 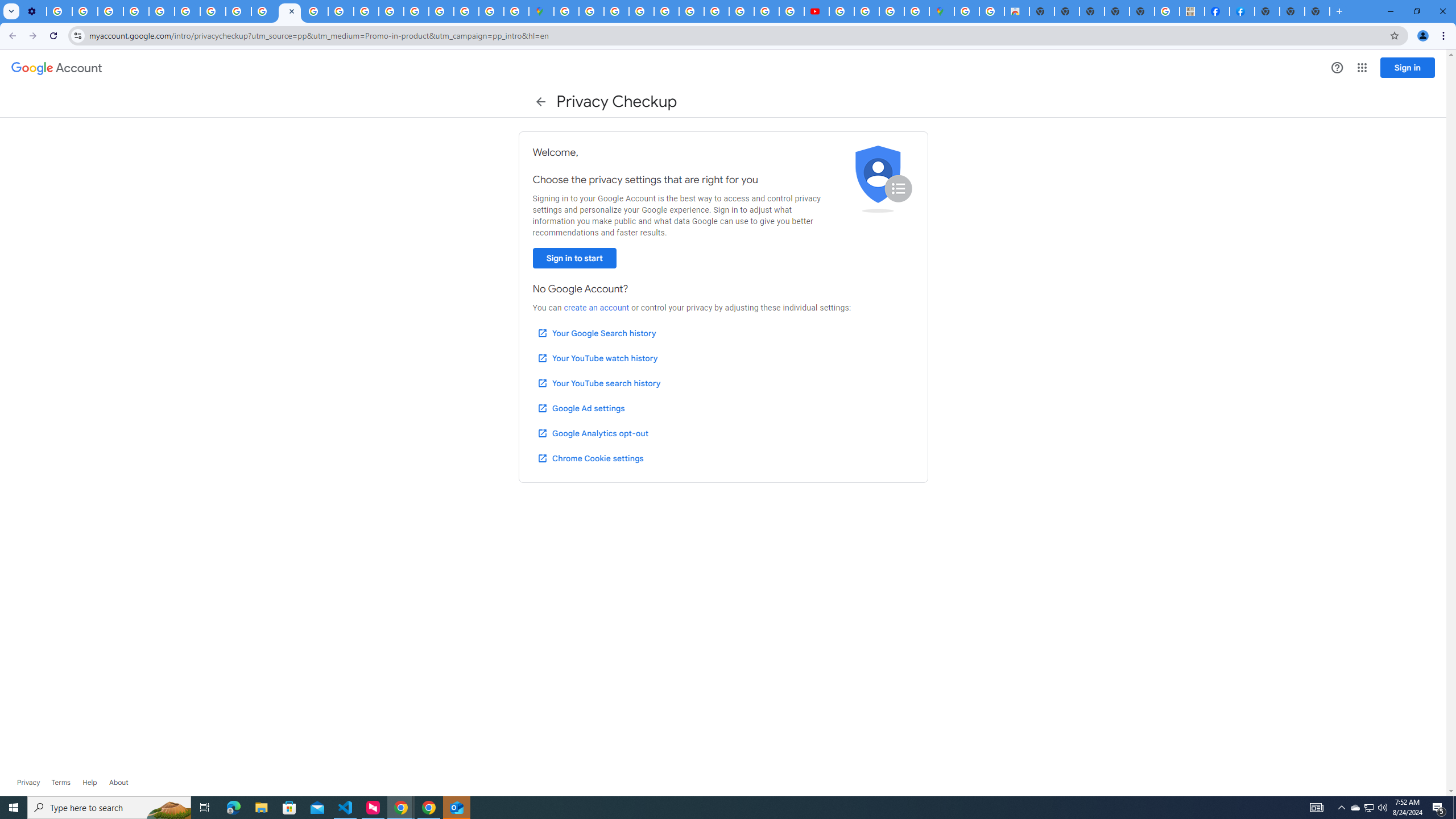 What do you see at coordinates (56, 68) in the screenshot?
I see `'Google Account settings'` at bounding box center [56, 68].